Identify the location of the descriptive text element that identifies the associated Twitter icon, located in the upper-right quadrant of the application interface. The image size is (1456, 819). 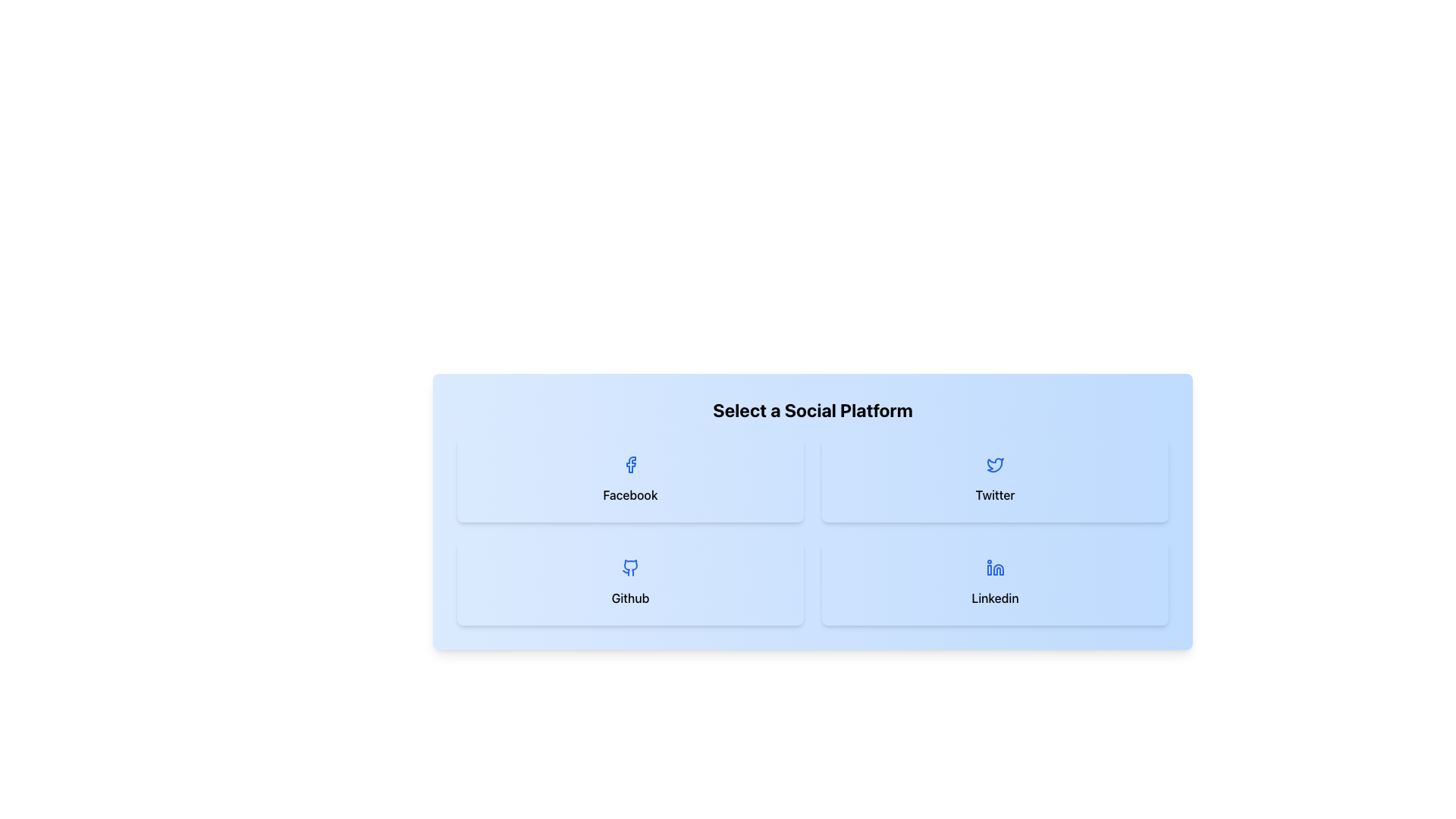
(995, 494).